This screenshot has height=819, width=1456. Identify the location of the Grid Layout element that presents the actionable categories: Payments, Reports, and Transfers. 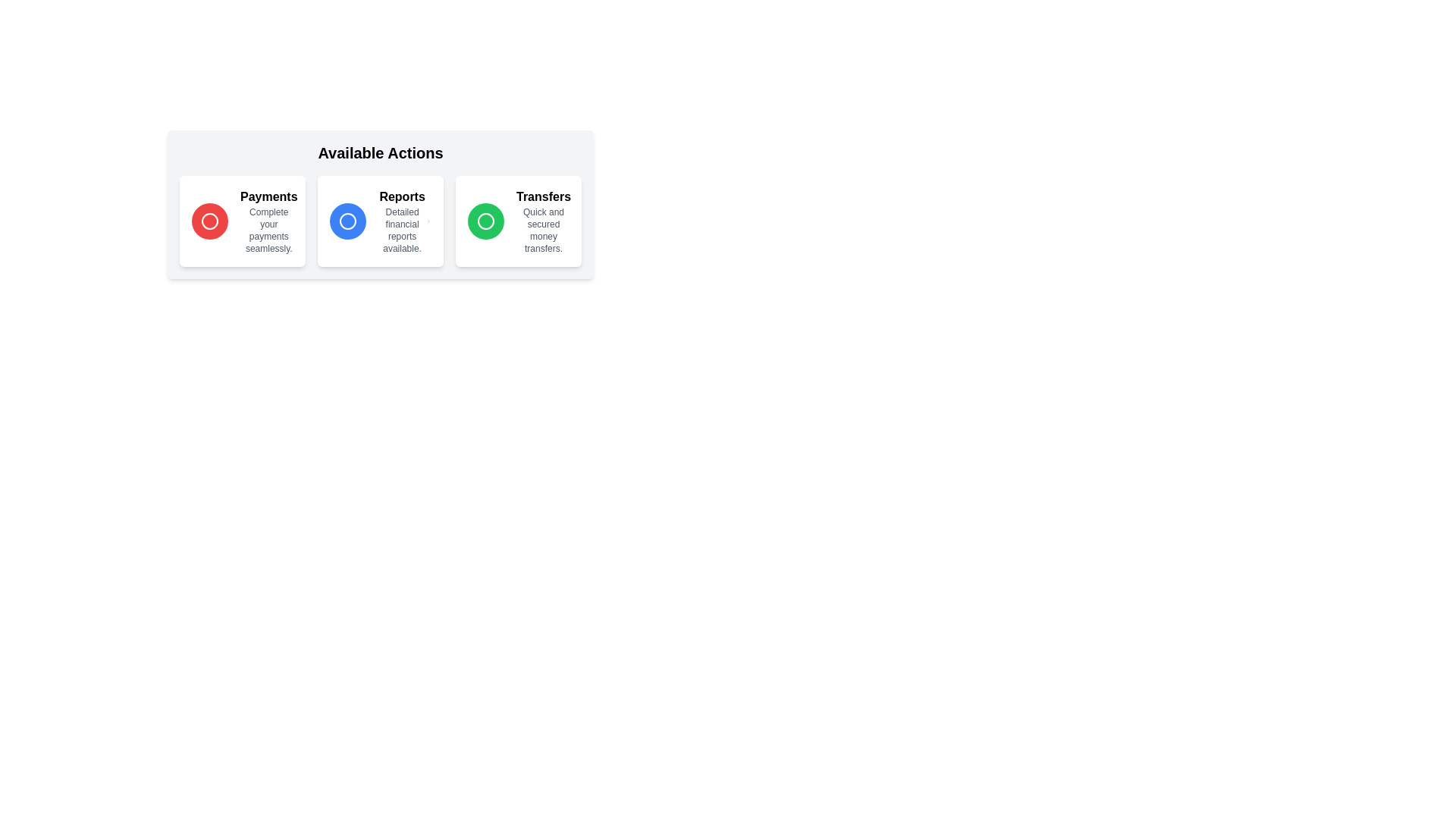
(381, 221).